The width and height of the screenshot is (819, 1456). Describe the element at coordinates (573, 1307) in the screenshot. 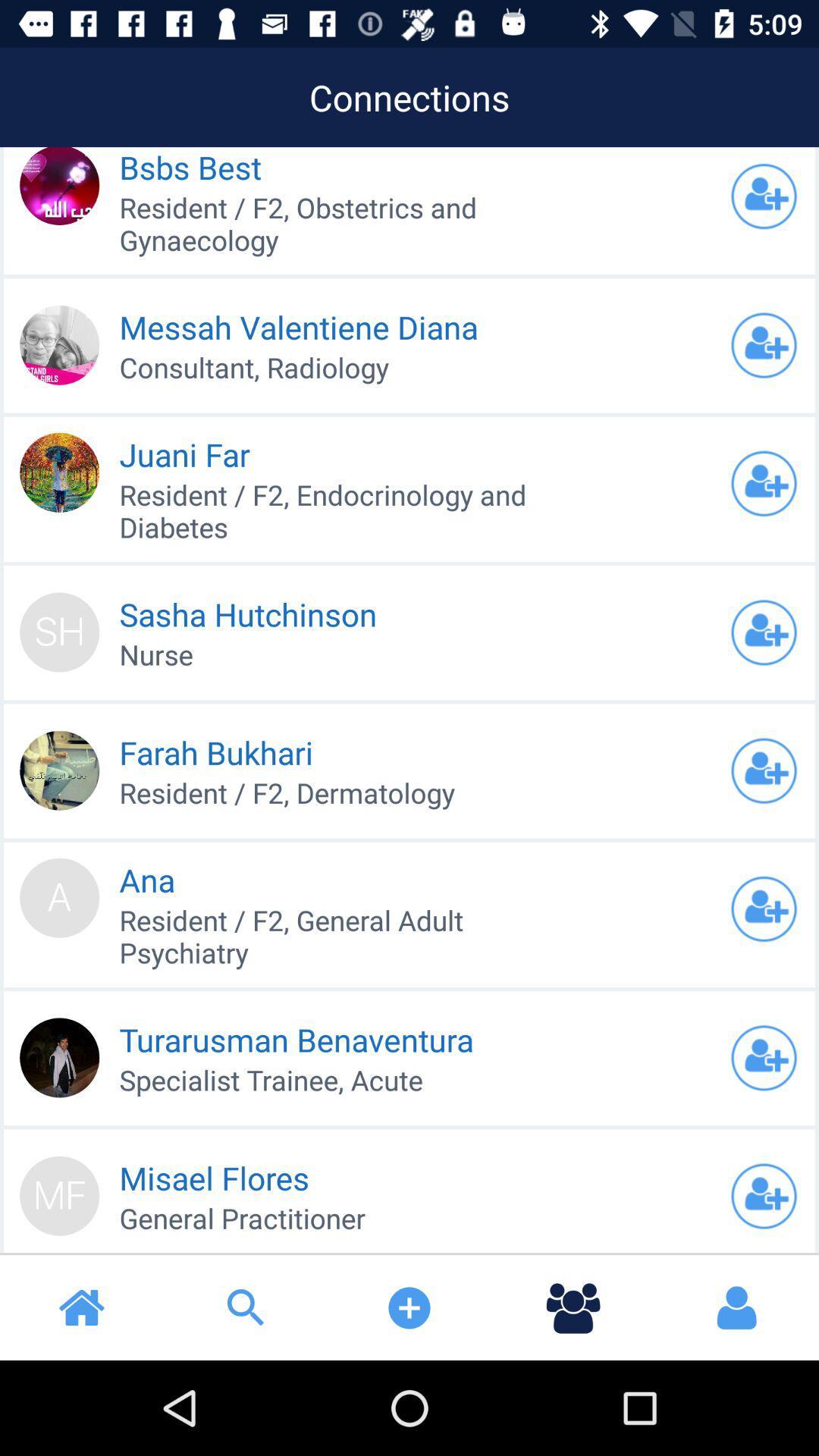

I see `the icon below general practitioner` at that location.